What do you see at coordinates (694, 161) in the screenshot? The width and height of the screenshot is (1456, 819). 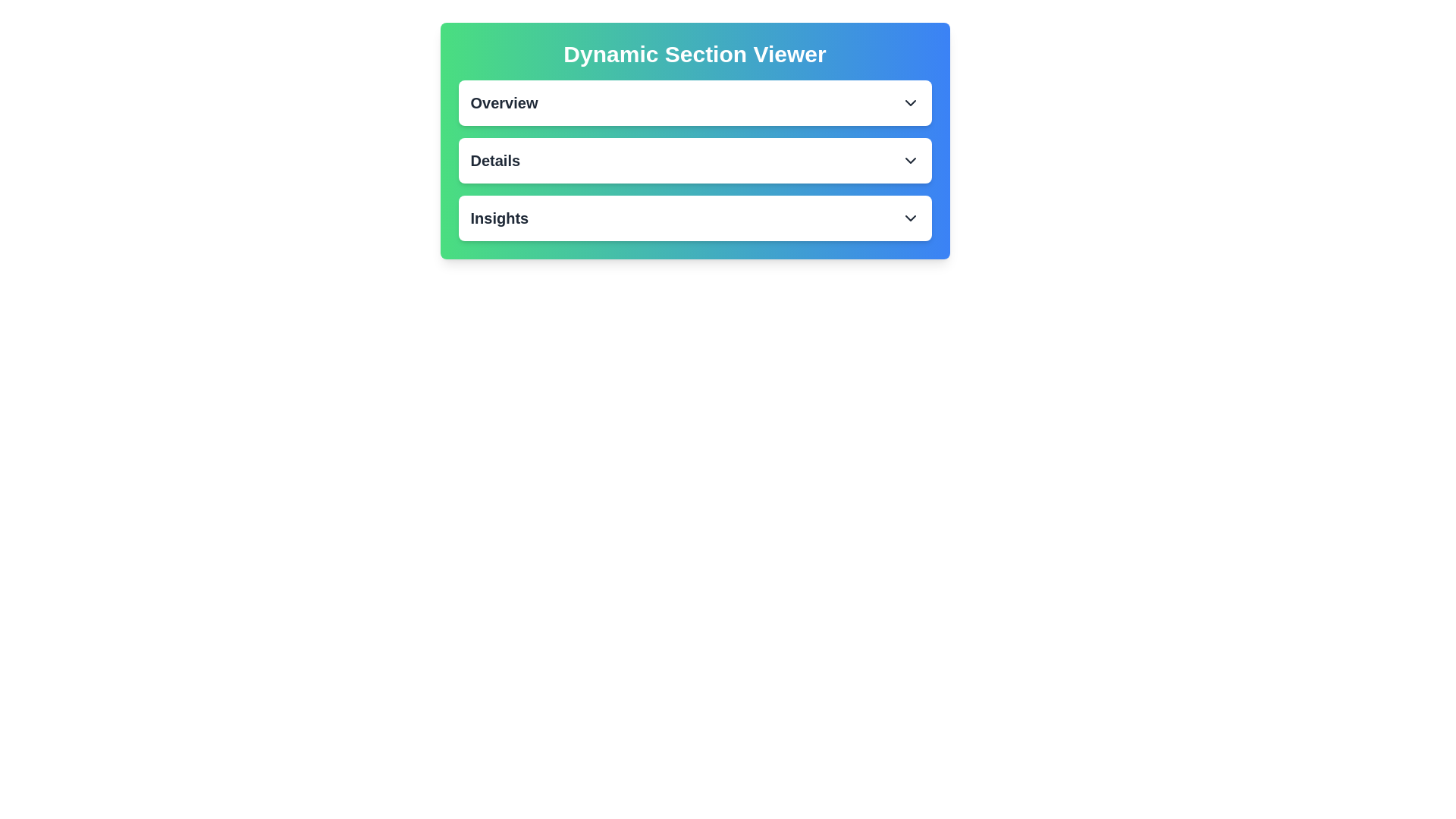 I see `the 'Details' dropdown header section` at bounding box center [694, 161].